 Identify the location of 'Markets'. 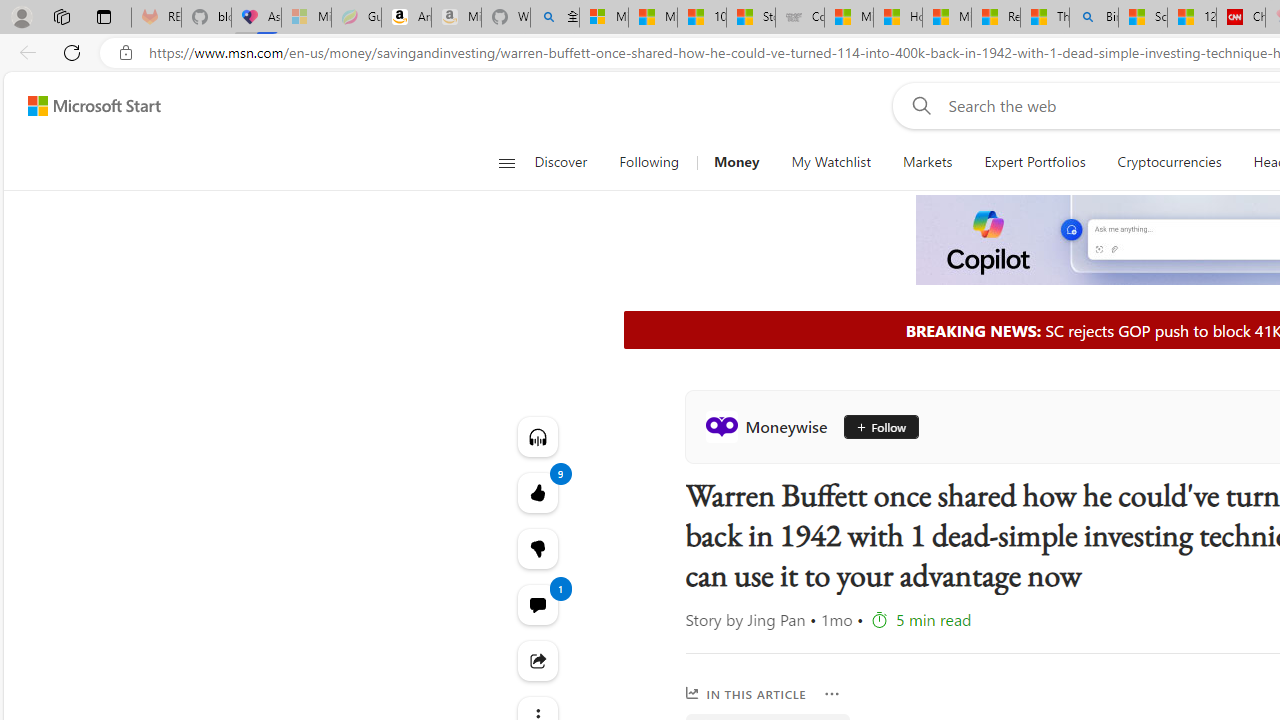
(927, 162).